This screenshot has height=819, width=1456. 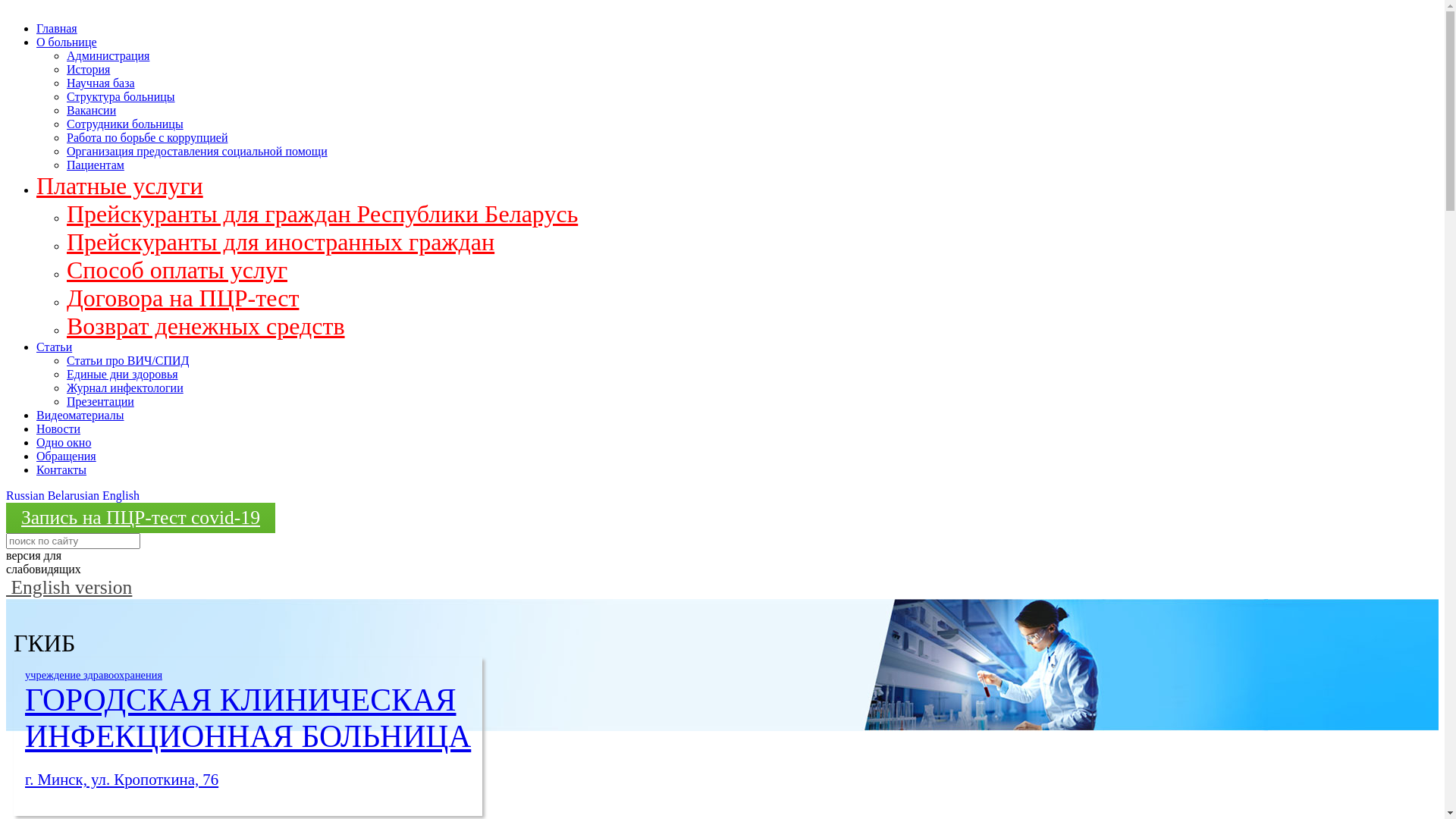 What do you see at coordinates (25, 495) in the screenshot?
I see `'Russian'` at bounding box center [25, 495].